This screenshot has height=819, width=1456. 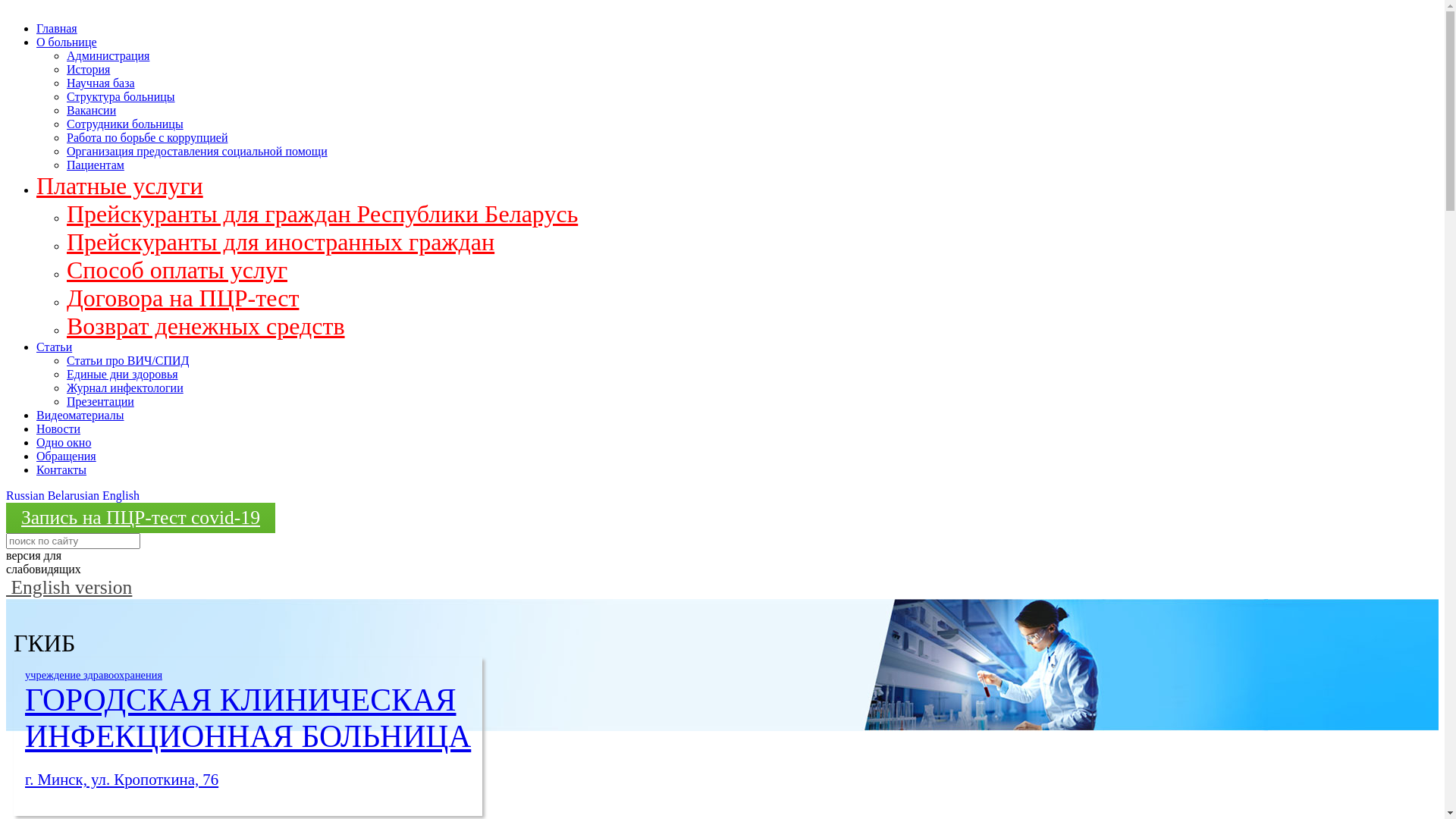 What do you see at coordinates (25, 495) in the screenshot?
I see `'Russian'` at bounding box center [25, 495].